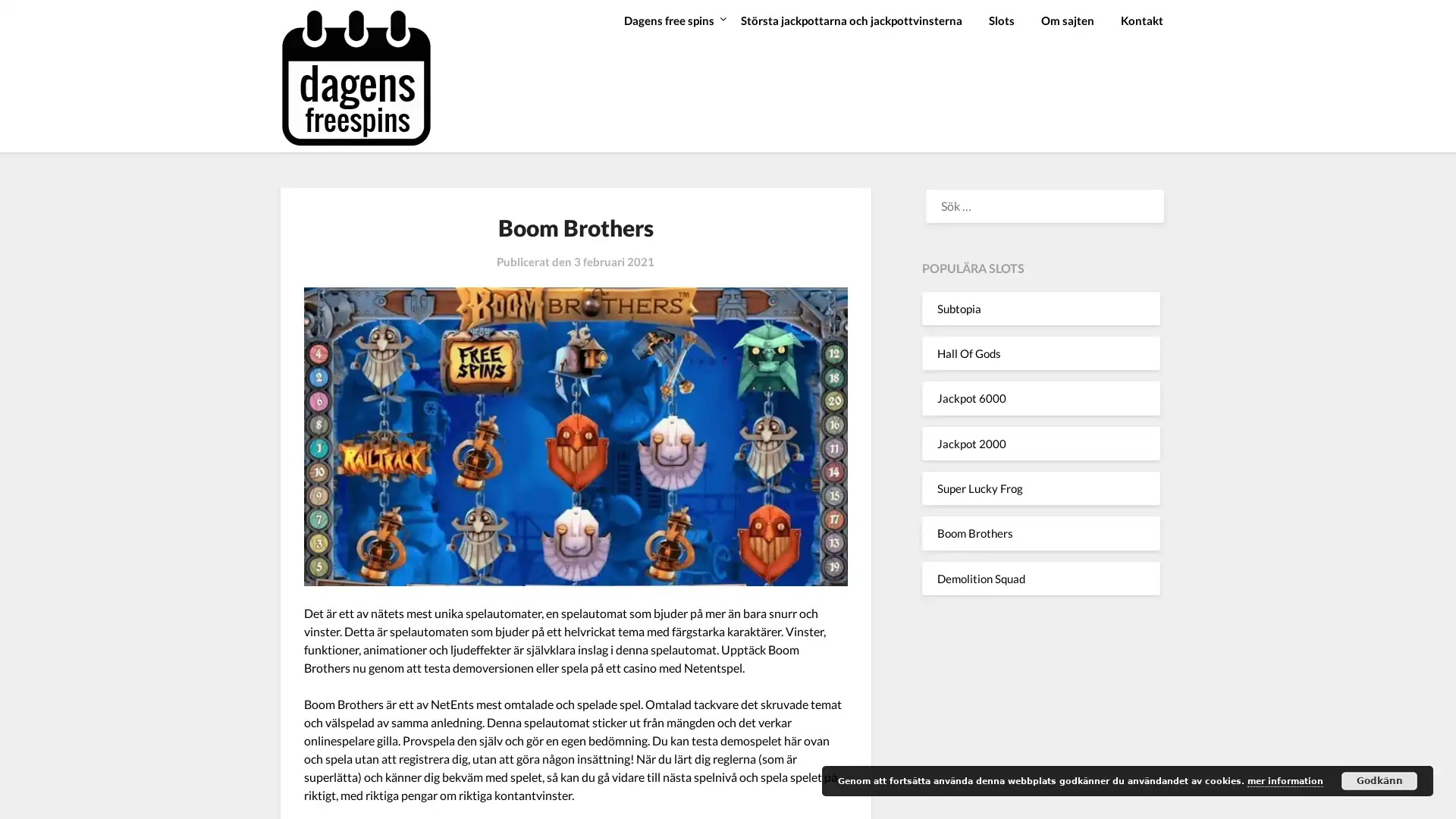 This screenshot has height=819, width=1456. What do you see at coordinates (1379, 780) in the screenshot?
I see `Godkann` at bounding box center [1379, 780].